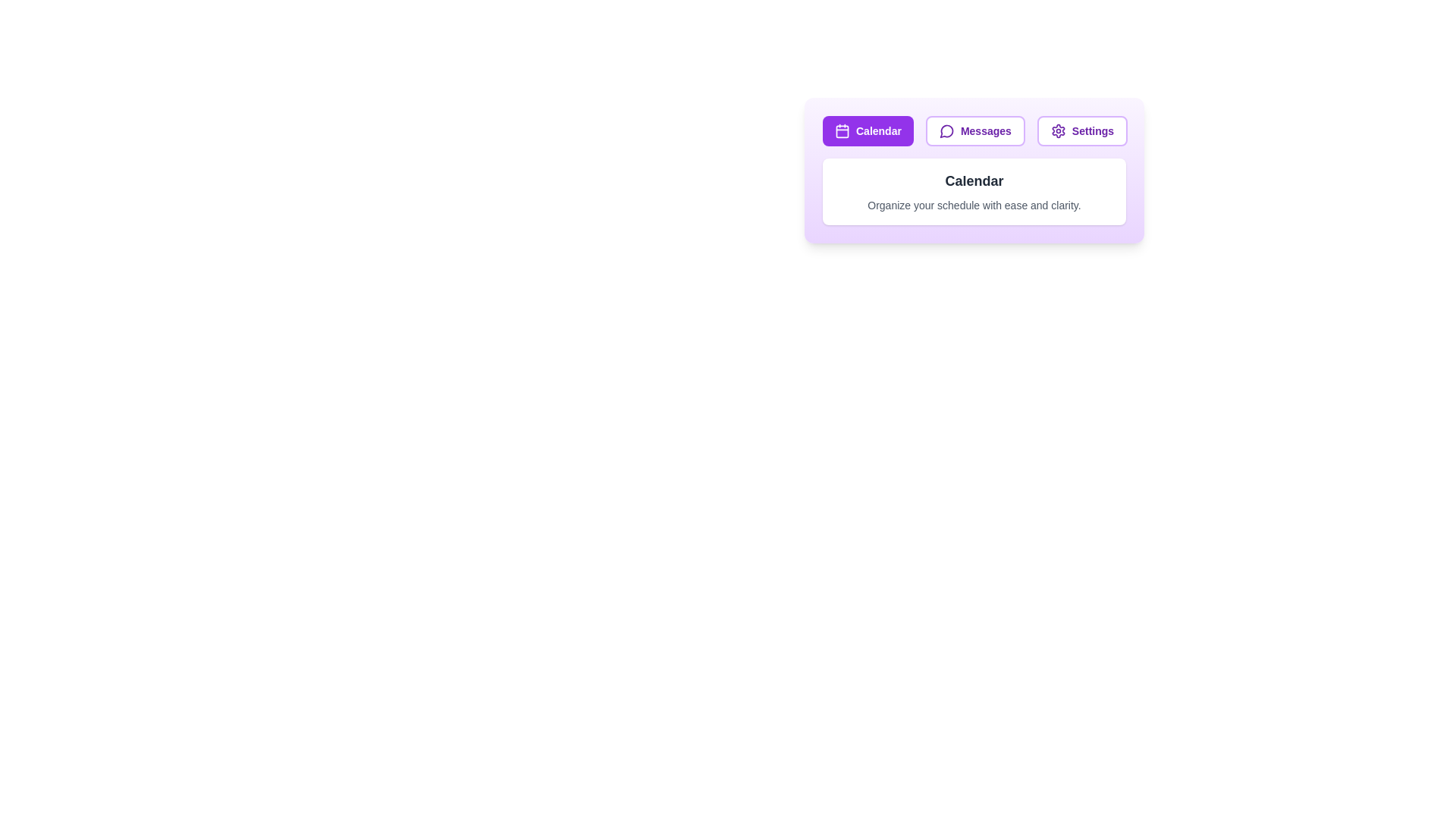  What do you see at coordinates (868, 130) in the screenshot?
I see `the Calendar tab by clicking on its button` at bounding box center [868, 130].